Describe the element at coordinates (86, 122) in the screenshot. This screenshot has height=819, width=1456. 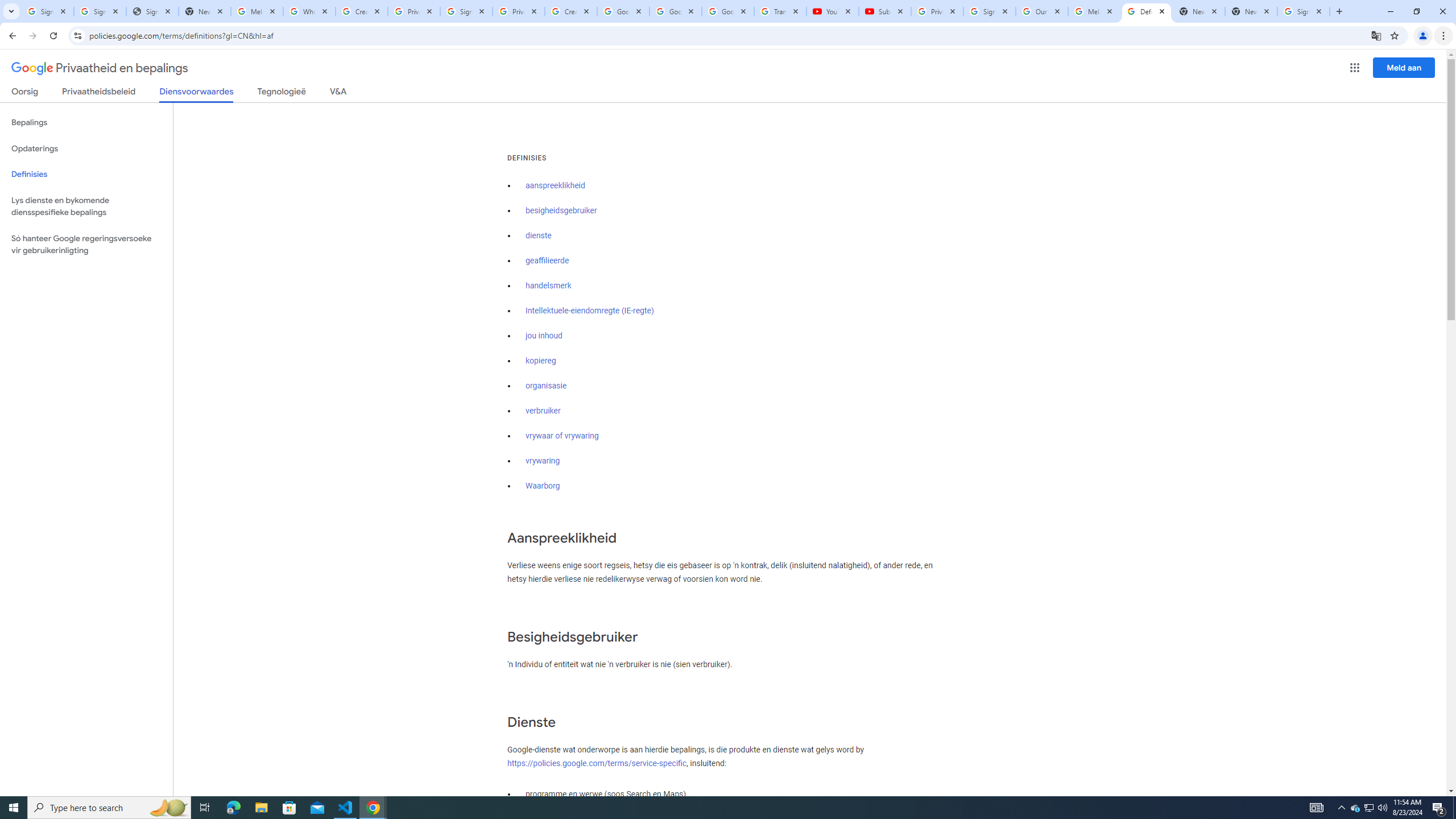
I see `'Bepalings'` at that location.